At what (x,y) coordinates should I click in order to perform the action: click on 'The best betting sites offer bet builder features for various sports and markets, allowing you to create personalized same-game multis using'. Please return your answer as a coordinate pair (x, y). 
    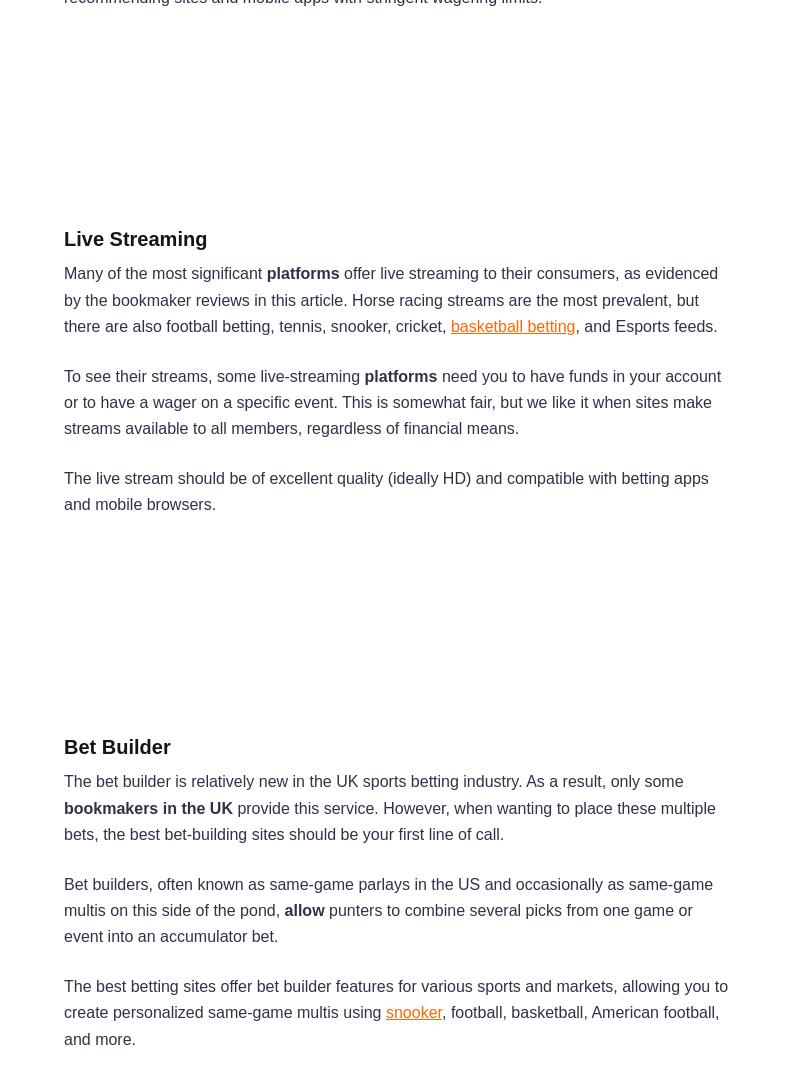
    Looking at the image, I should click on (63, 999).